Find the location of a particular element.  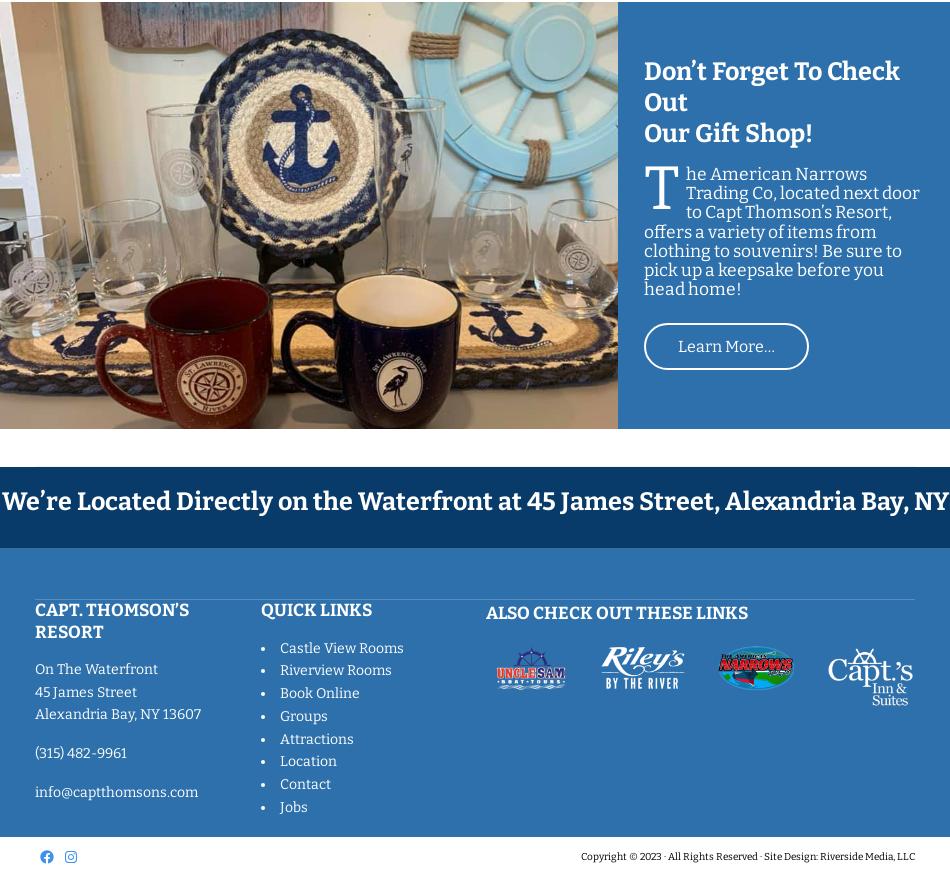

'Groups' is located at coordinates (301, 715).